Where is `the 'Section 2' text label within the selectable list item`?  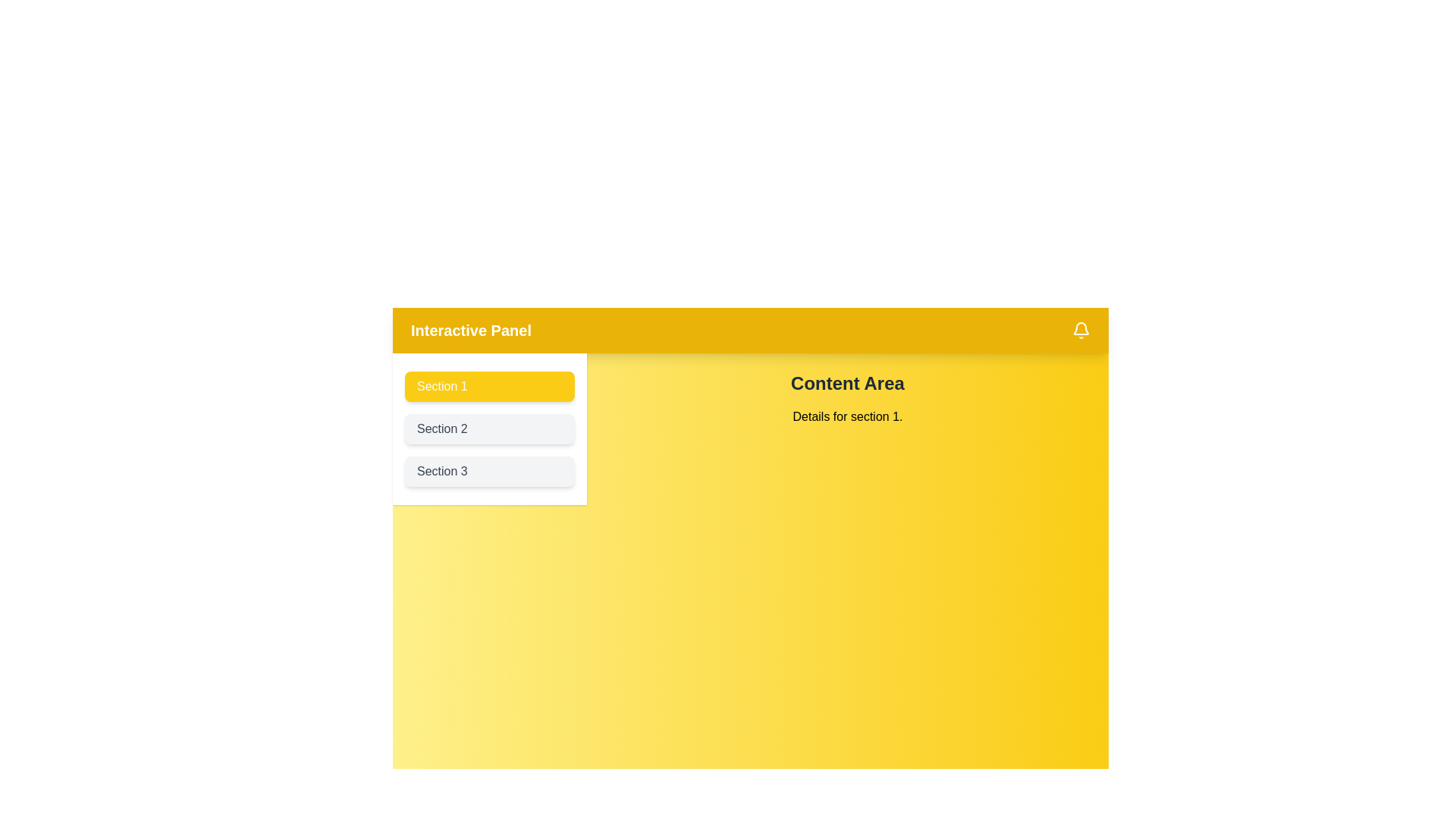 the 'Section 2' text label within the selectable list item is located at coordinates (441, 428).